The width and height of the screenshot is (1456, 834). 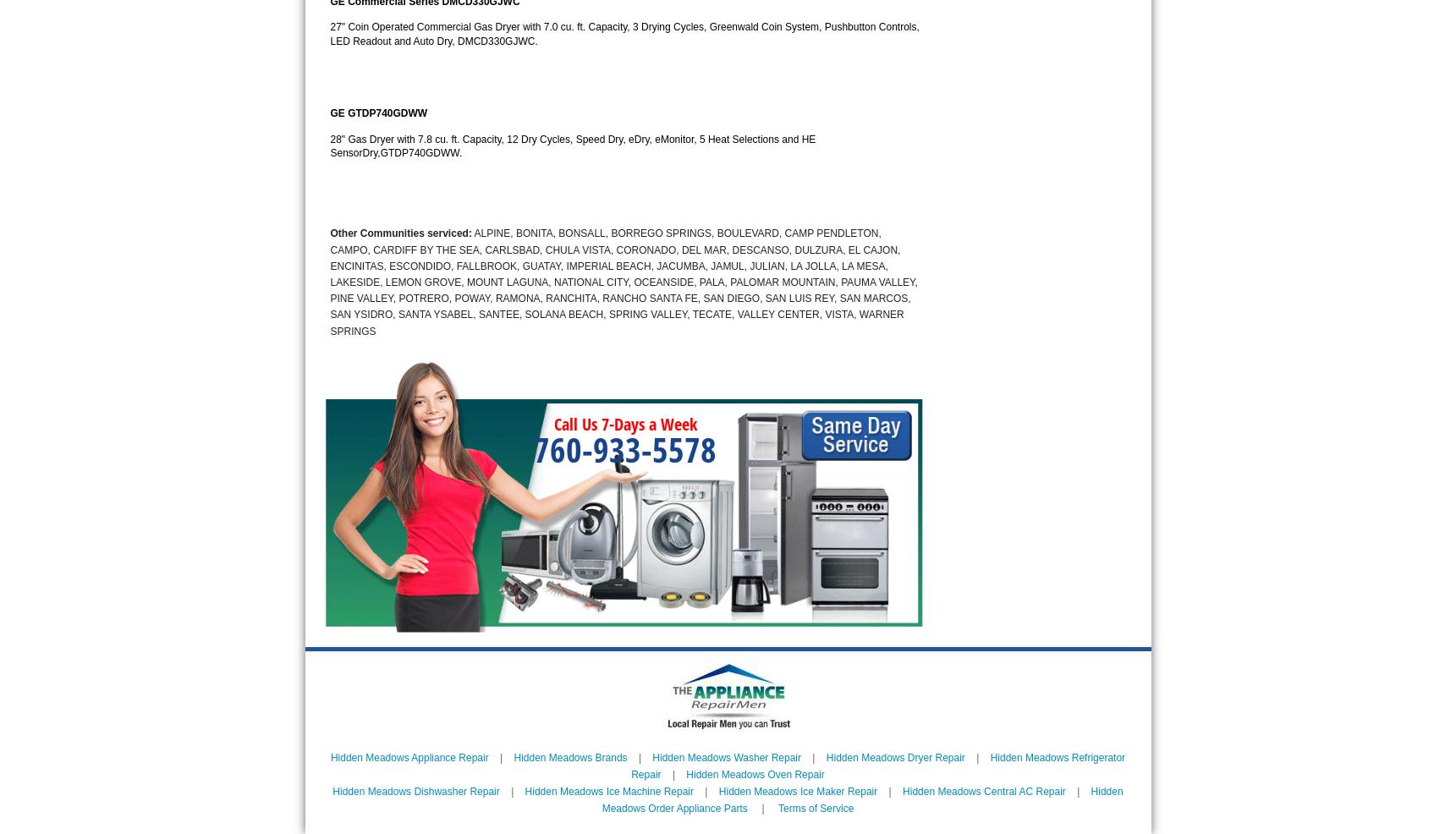 What do you see at coordinates (895, 755) in the screenshot?
I see `'Hidden Meadows Dryer Repair'` at bounding box center [895, 755].